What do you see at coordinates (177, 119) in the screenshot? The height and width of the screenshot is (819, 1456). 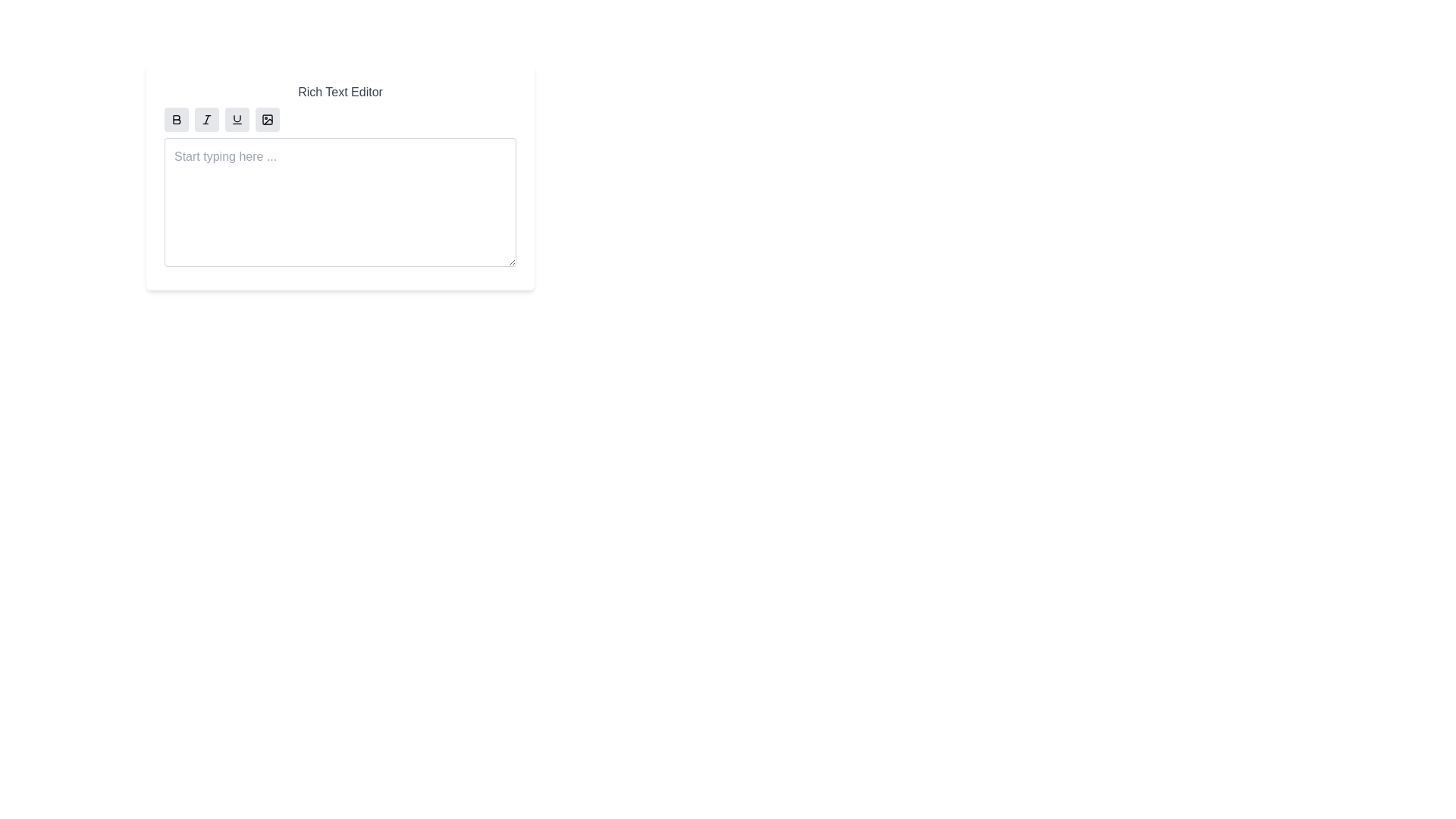 I see `the bold text styling icon located as the leftmost icon in the toolbar above the text area` at bounding box center [177, 119].